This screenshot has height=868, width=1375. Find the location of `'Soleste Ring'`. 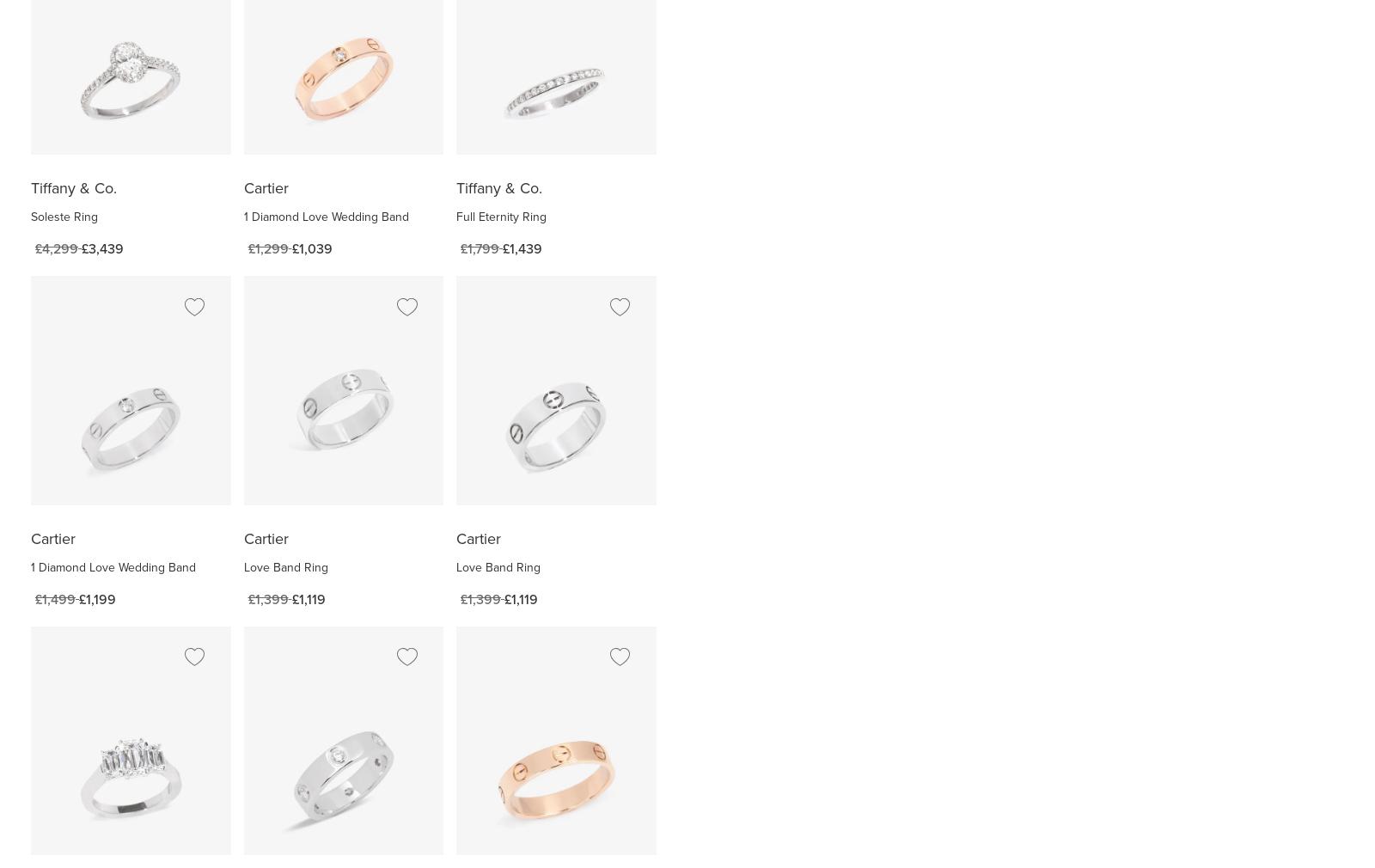

'Soleste Ring' is located at coordinates (64, 216).